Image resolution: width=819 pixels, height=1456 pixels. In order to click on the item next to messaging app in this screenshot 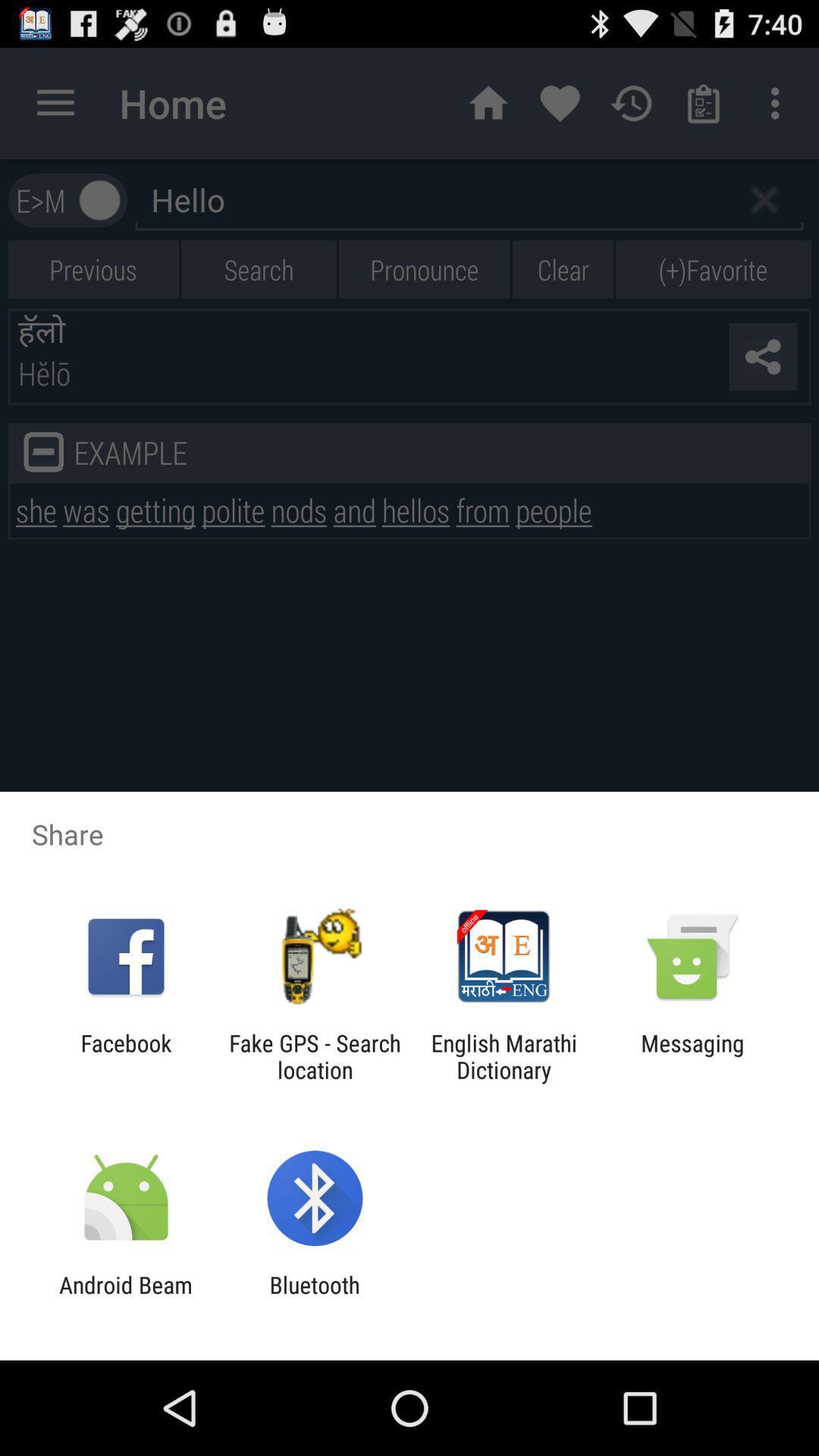, I will do `click(504, 1056)`.